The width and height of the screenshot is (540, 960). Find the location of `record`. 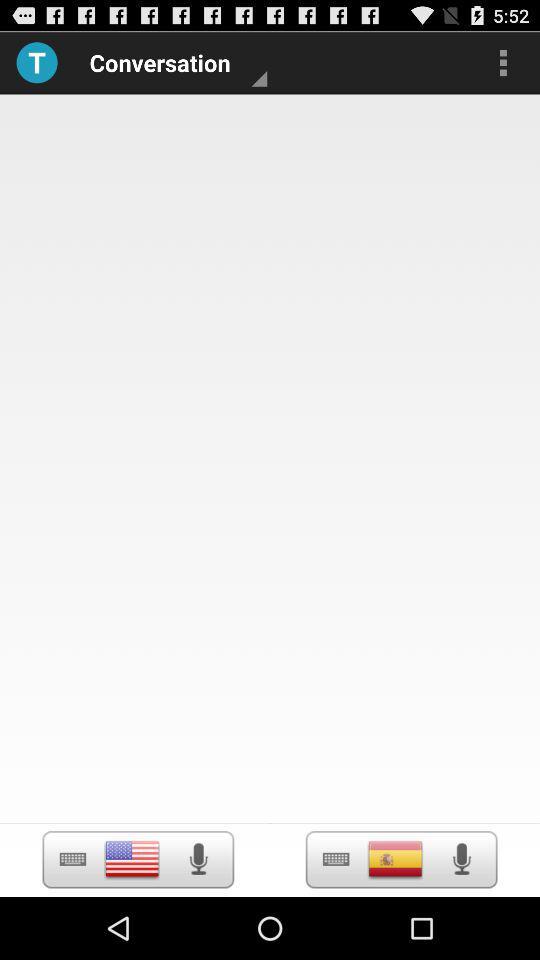

record is located at coordinates (198, 858).